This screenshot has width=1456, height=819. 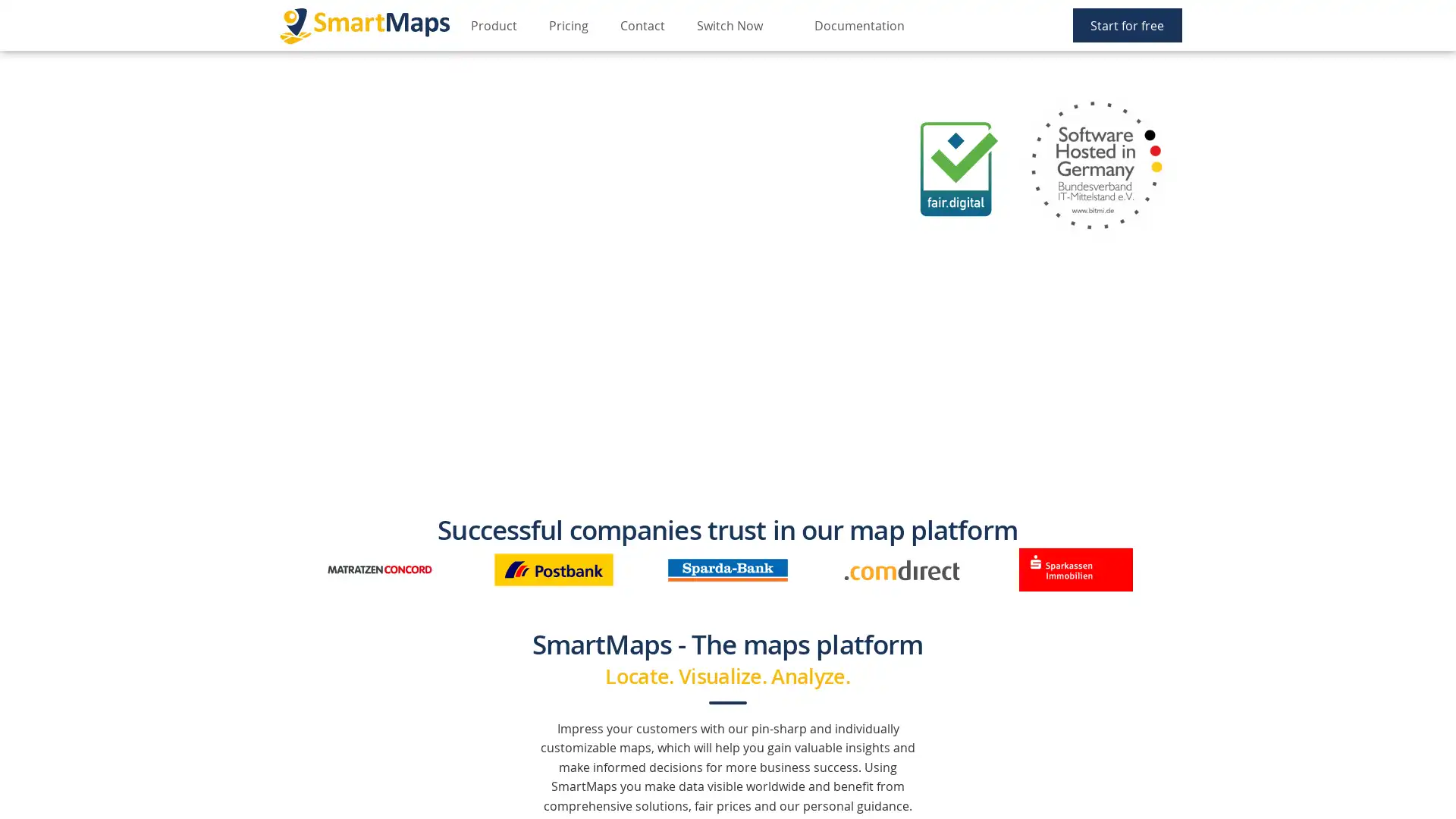 I want to click on Zoom in, so click(x=20, y=71).